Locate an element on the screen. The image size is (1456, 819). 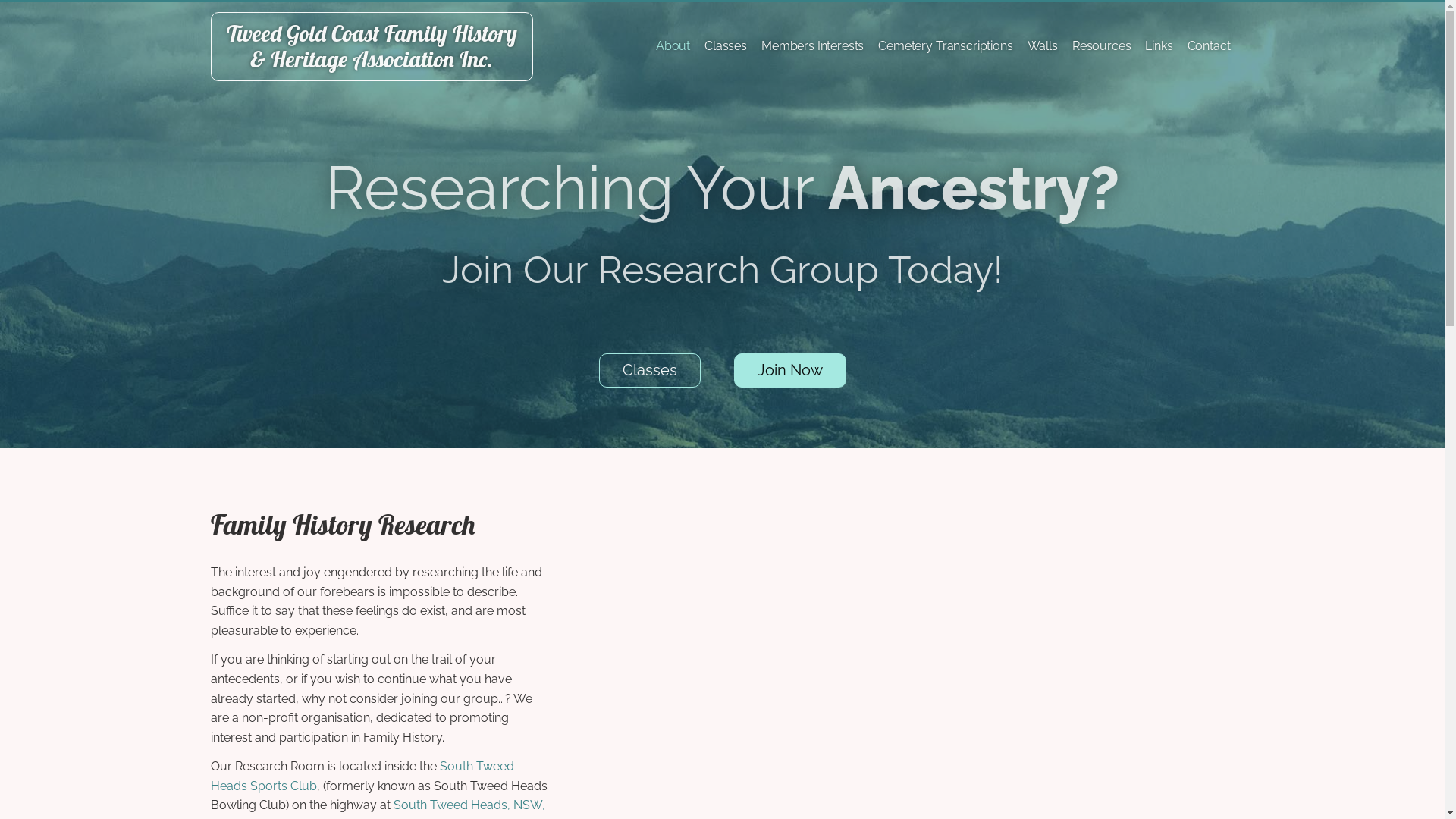
'About' is located at coordinates (672, 45).